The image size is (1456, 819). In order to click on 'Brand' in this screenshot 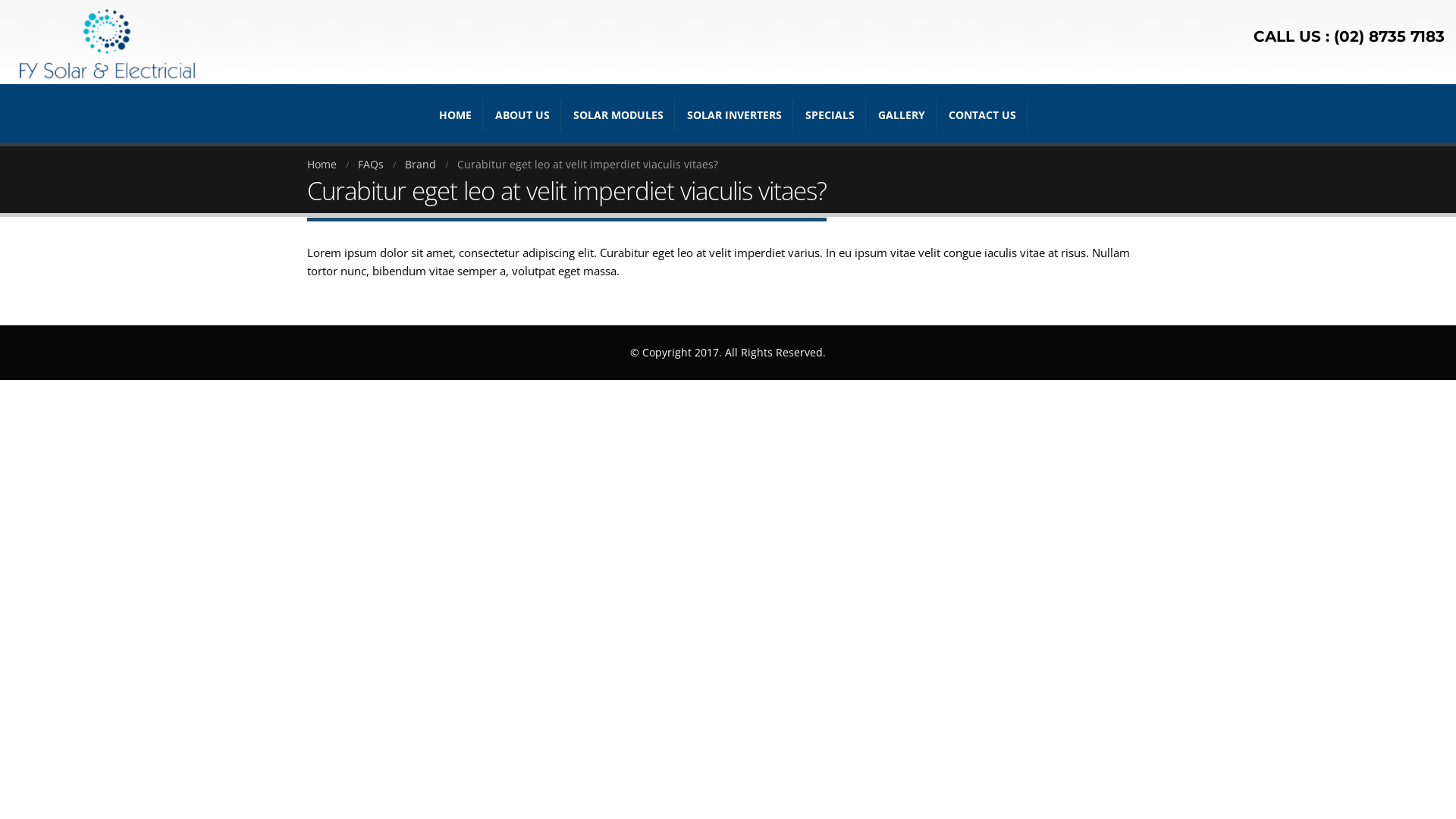, I will do `click(404, 164)`.